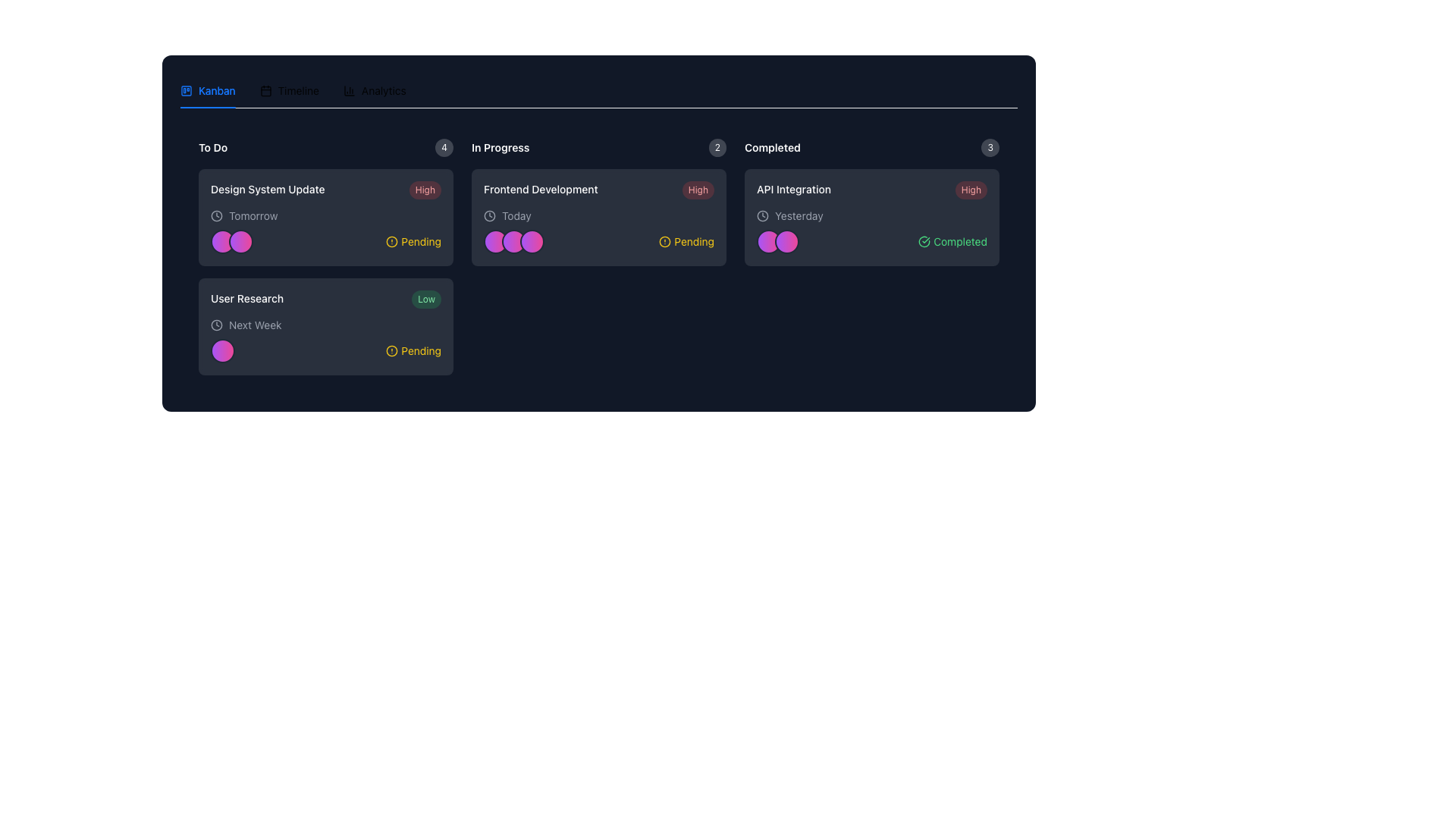 This screenshot has height=819, width=1456. What do you see at coordinates (665, 241) in the screenshot?
I see `the status indicator icon located in the 'In Progress' column of the 'Frontend Development' card, which shows 'Pending'` at bounding box center [665, 241].